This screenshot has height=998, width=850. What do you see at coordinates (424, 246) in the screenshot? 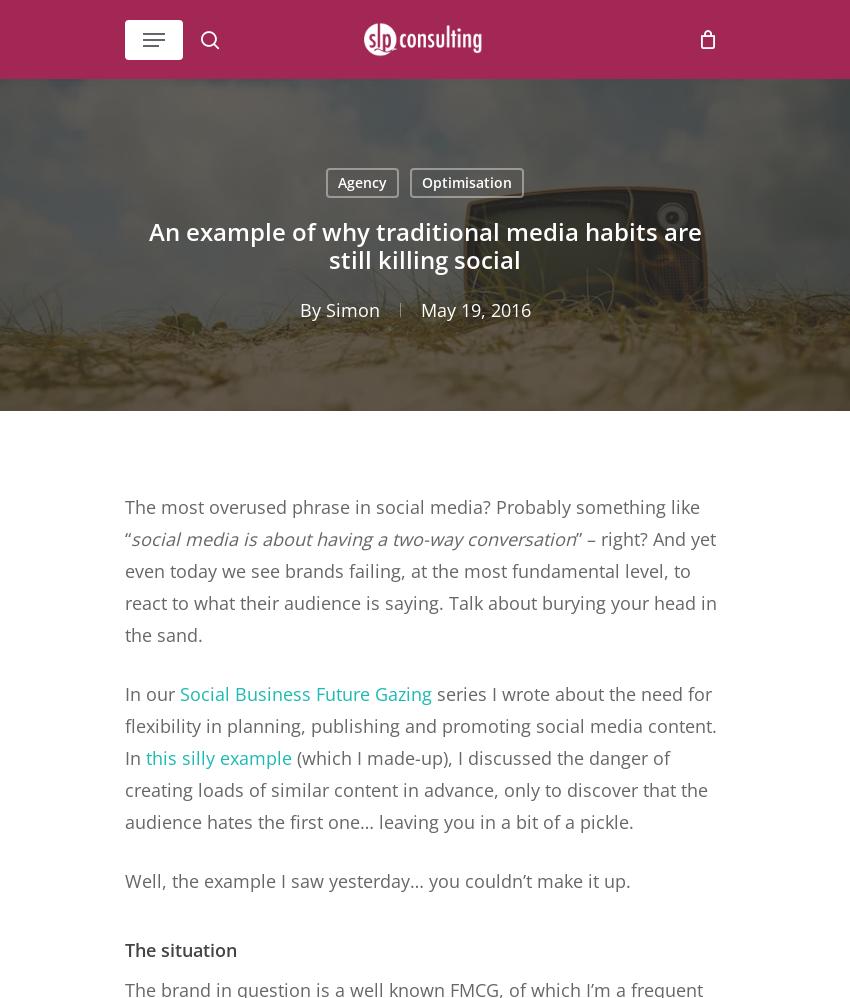
I see `'An example of why traditional media habits are still killing social'` at bounding box center [424, 246].